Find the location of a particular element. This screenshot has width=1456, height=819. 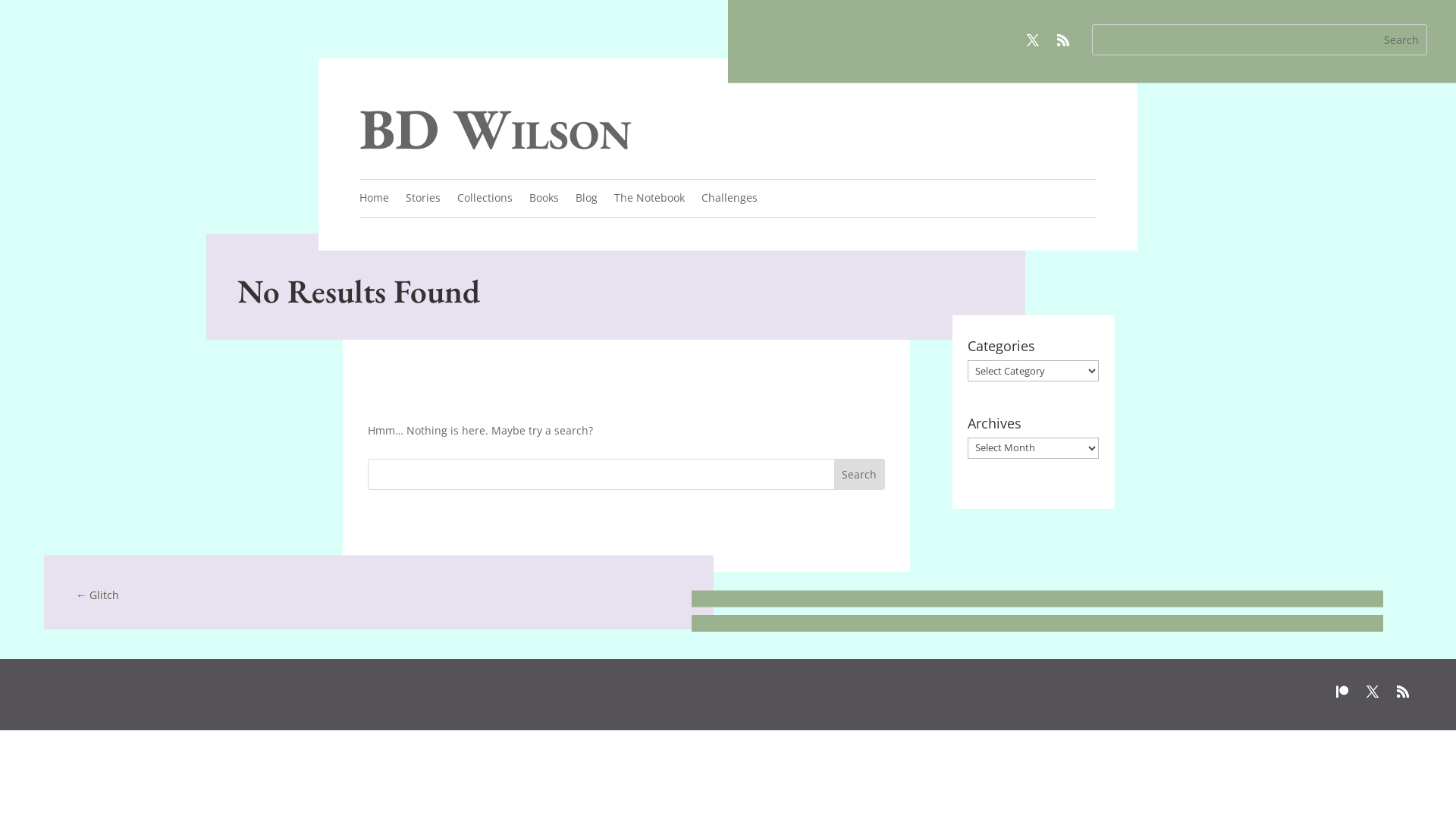

'Challenges' is located at coordinates (729, 200).